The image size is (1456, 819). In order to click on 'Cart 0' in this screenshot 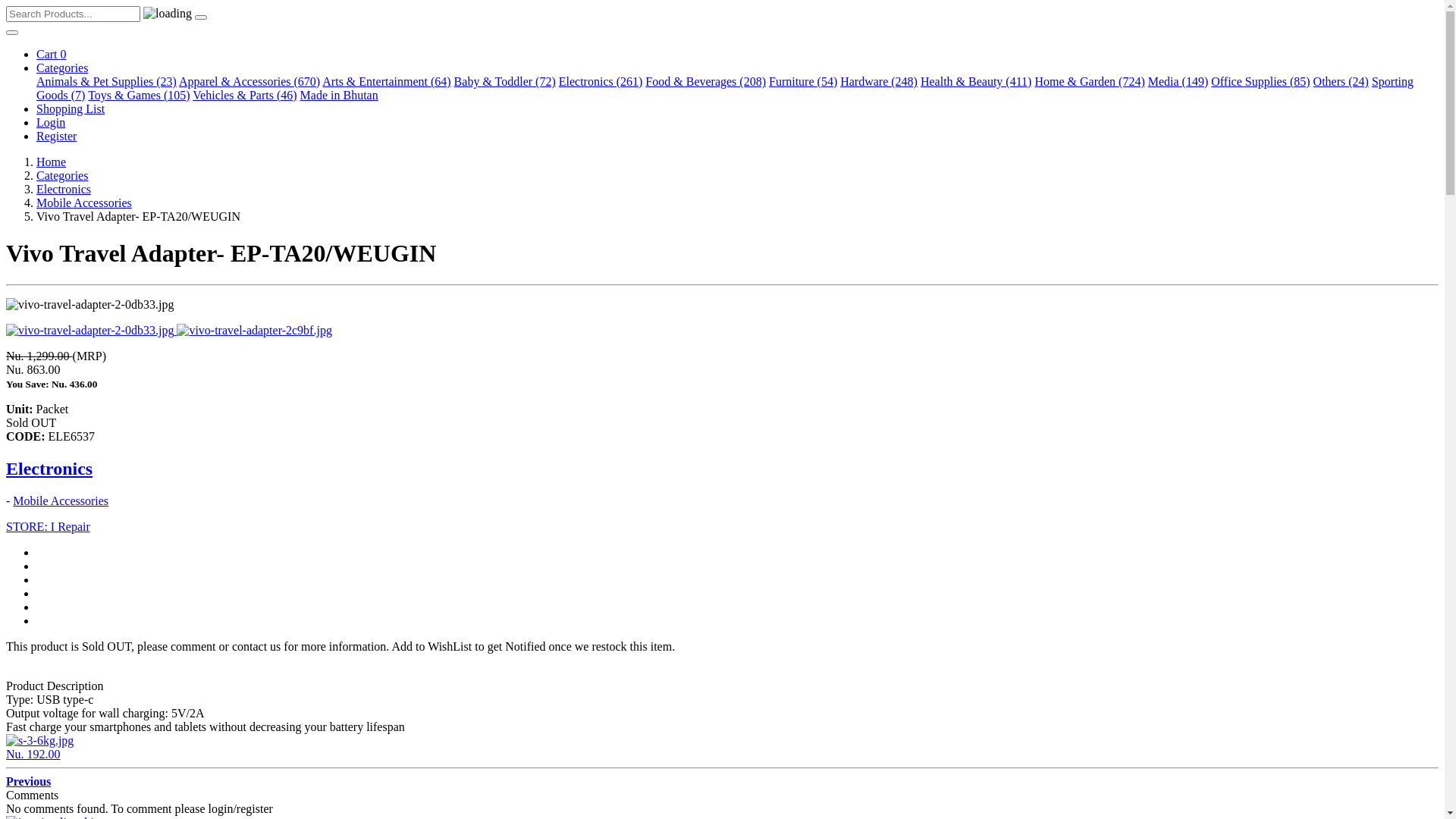, I will do `click(51, 53)`.